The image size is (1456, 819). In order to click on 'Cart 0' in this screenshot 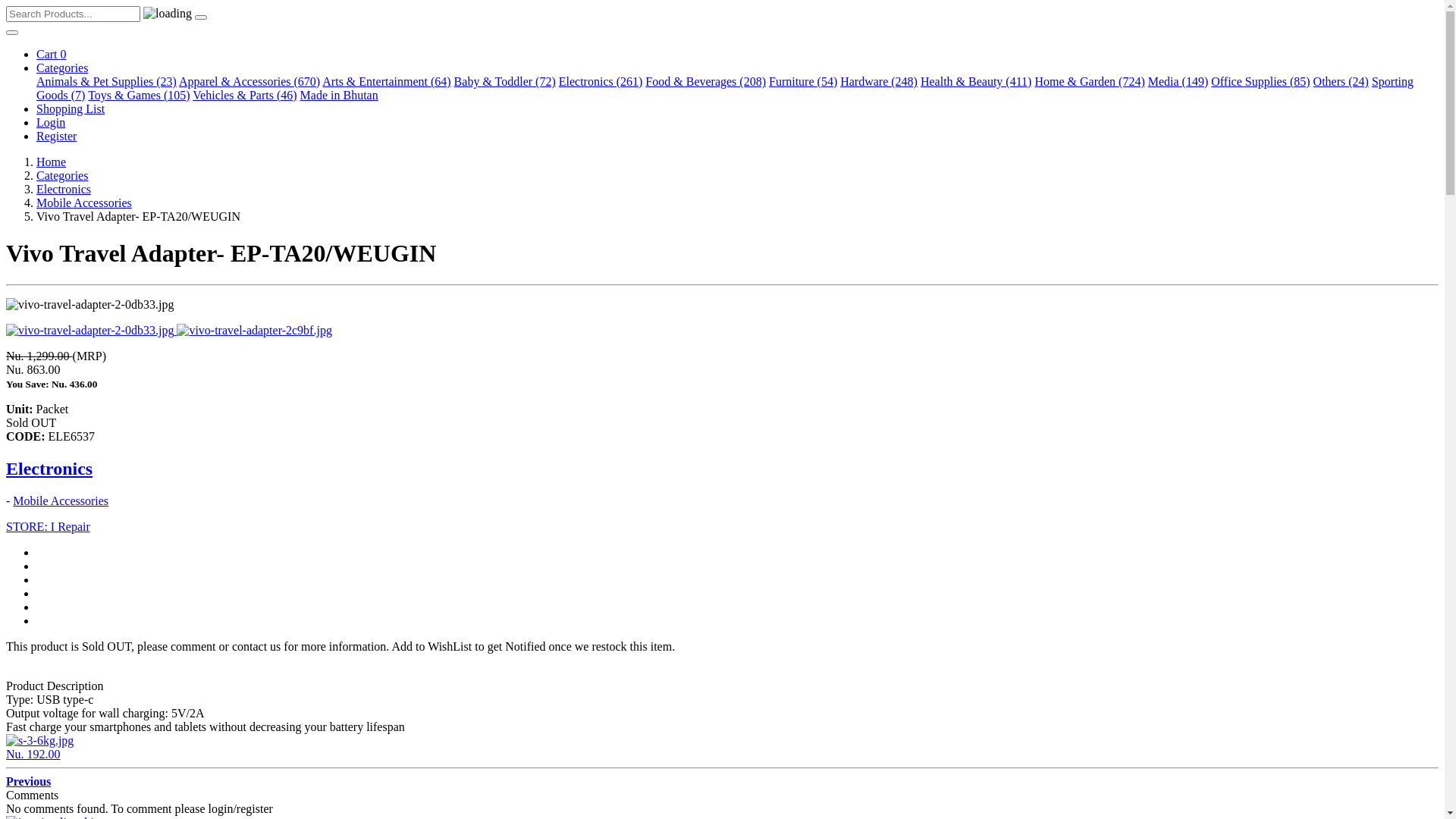, I will do `click(51, 53)`.